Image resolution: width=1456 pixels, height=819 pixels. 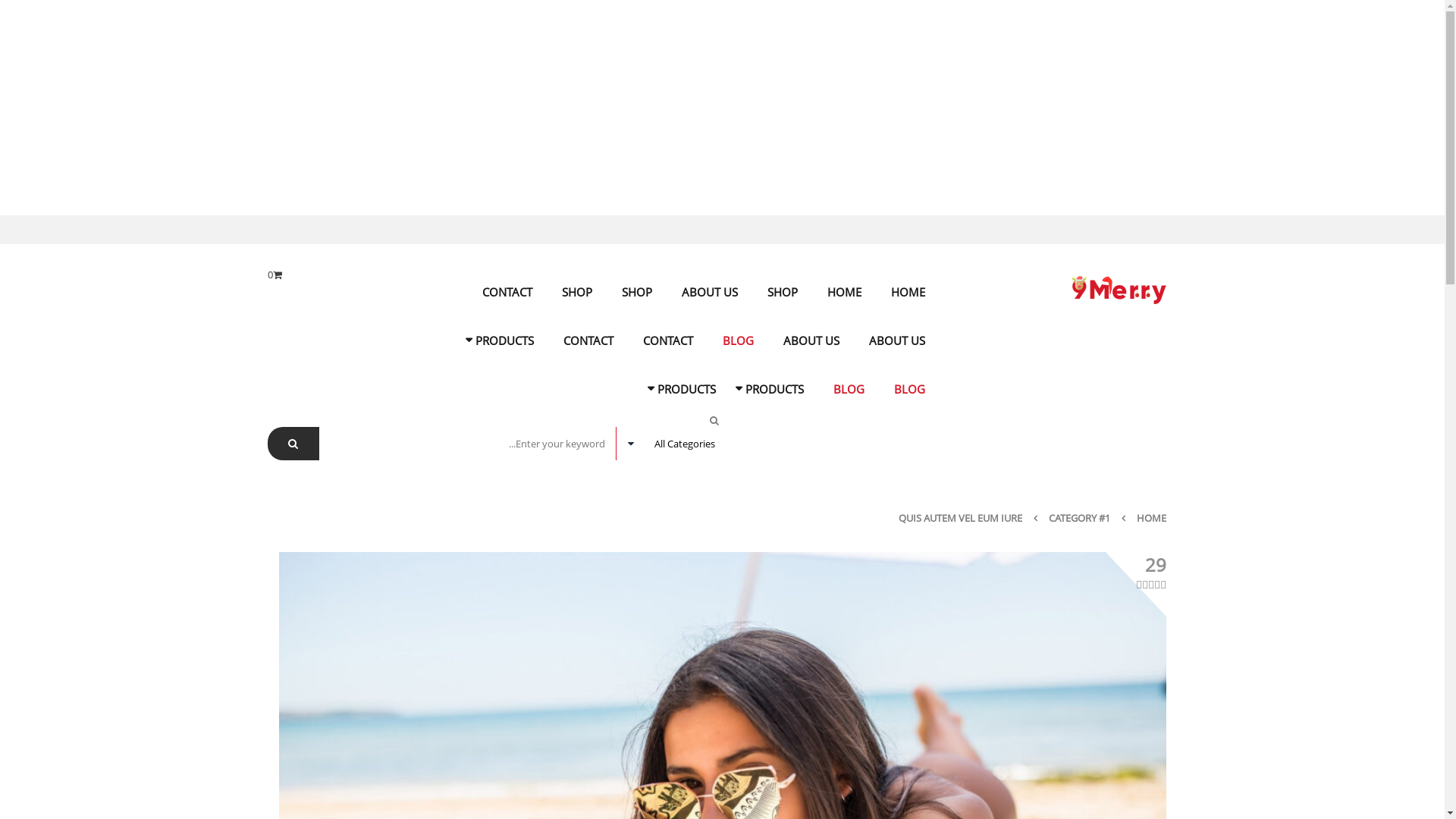 What do you see at coordinates (1078, 516) in the screenshot?
I see `'CATEGORY #1'` at bounding box center [1078, 516].